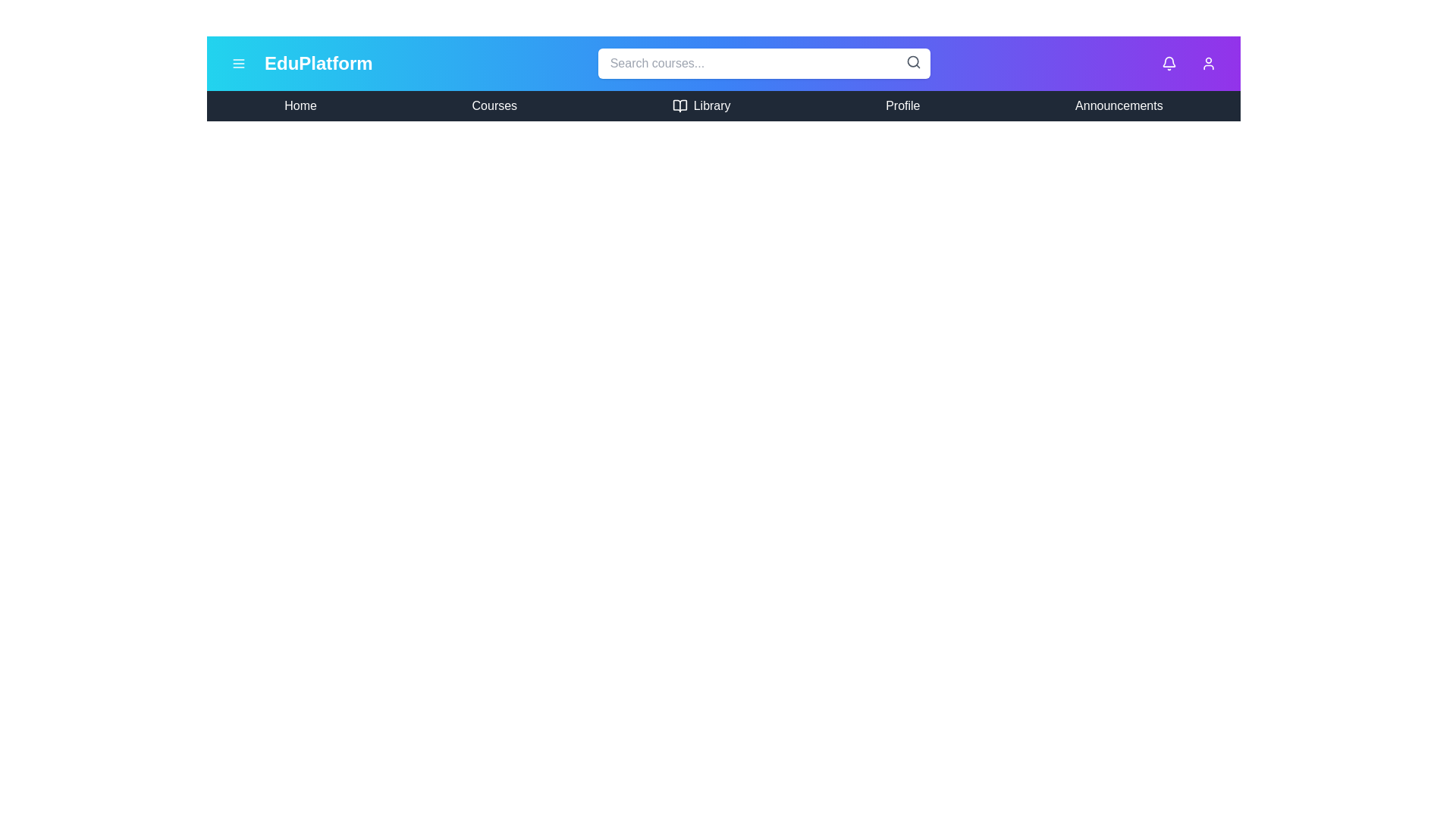 The height and width of the screenshot is (819, 1456). What do you see at coordinates (701, 105) in the screenshot?
I see `the menu item Library to navigate to the corresponding section` at bounding box center [701, 105].